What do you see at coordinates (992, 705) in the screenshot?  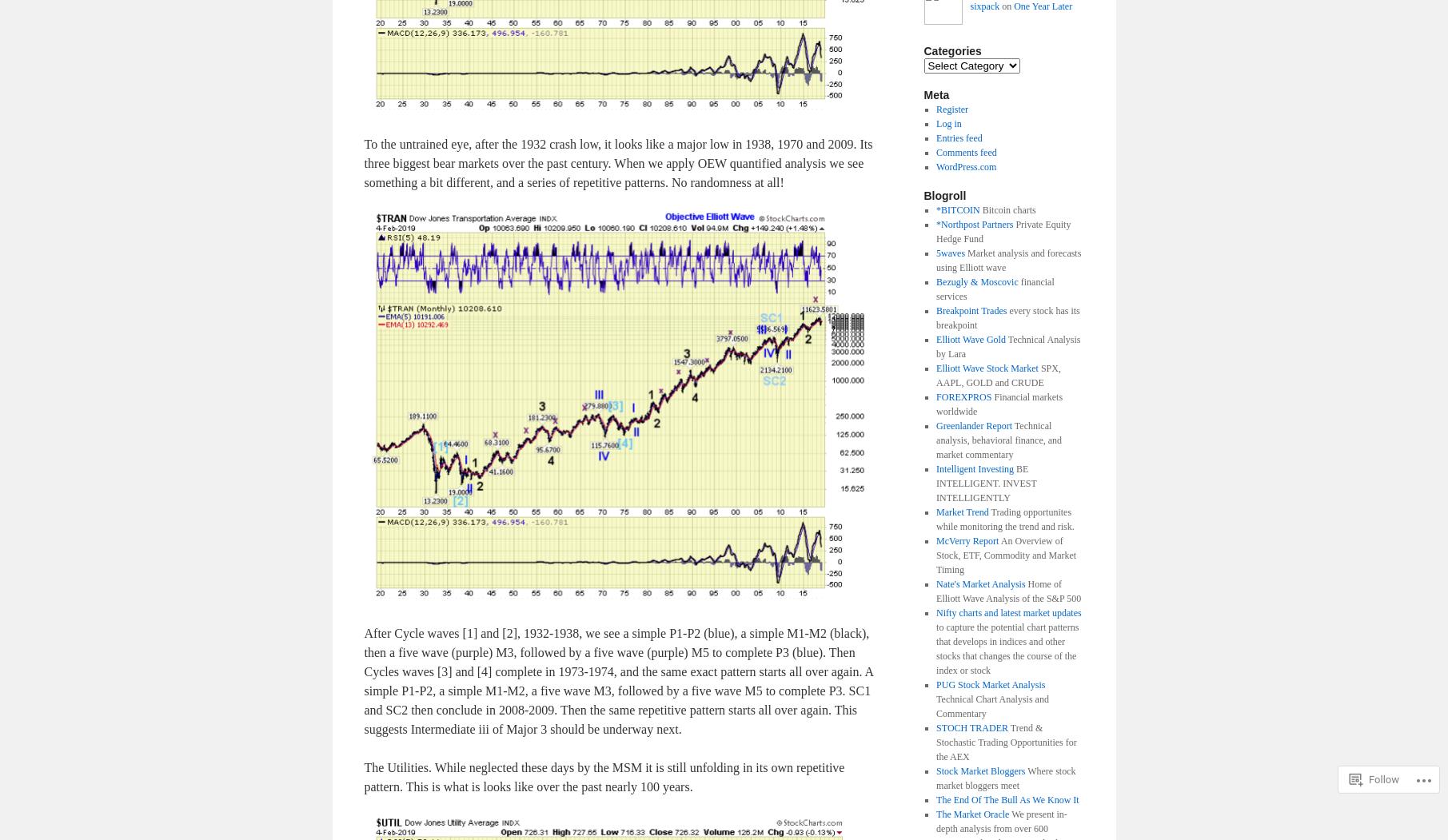 I see `'Technical Chart Analysis and Commentary'` at bounding box center [992, 705].